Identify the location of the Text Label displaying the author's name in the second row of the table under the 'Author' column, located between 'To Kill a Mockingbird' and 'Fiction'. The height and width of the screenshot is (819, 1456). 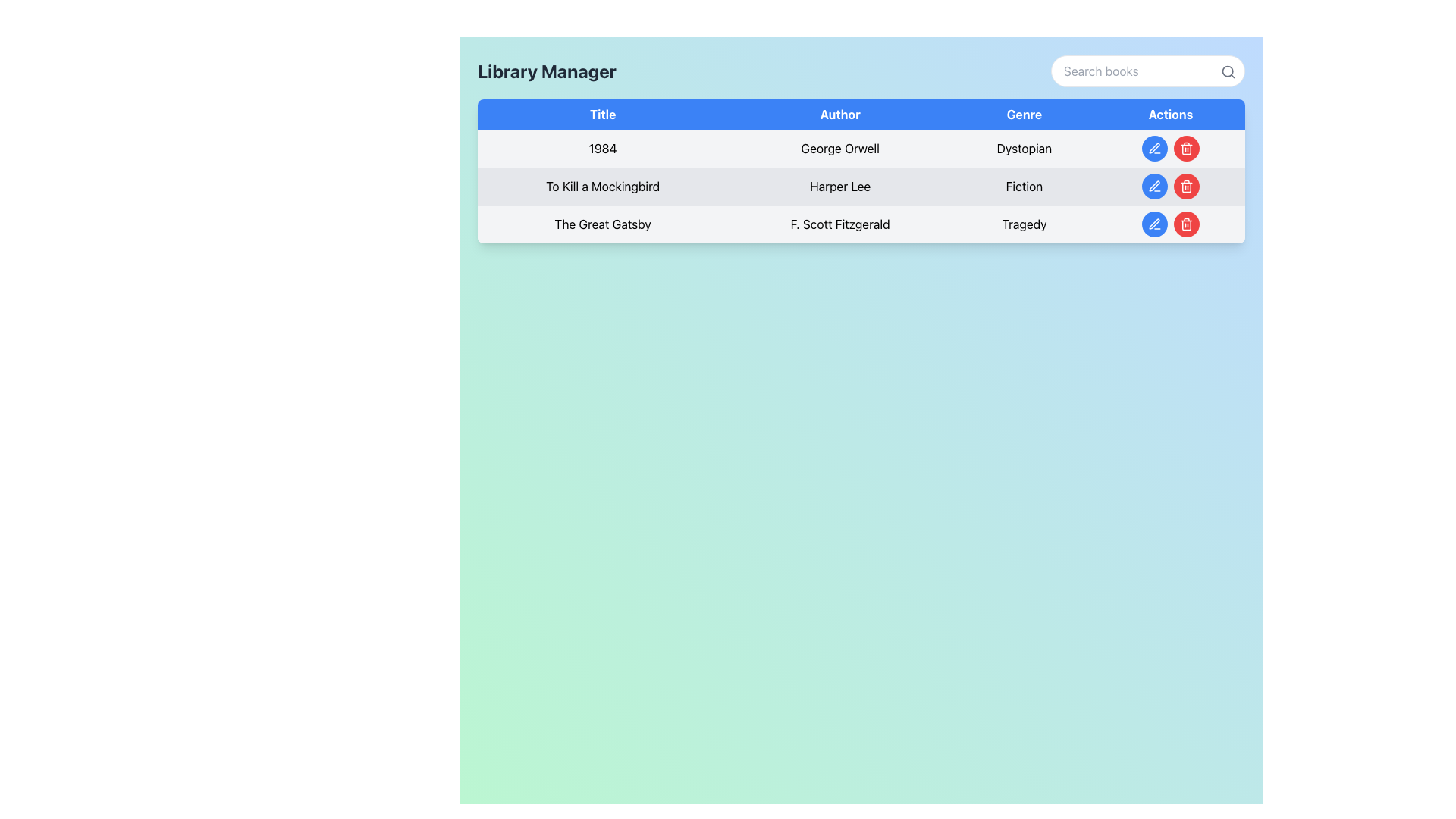
(839, 186).